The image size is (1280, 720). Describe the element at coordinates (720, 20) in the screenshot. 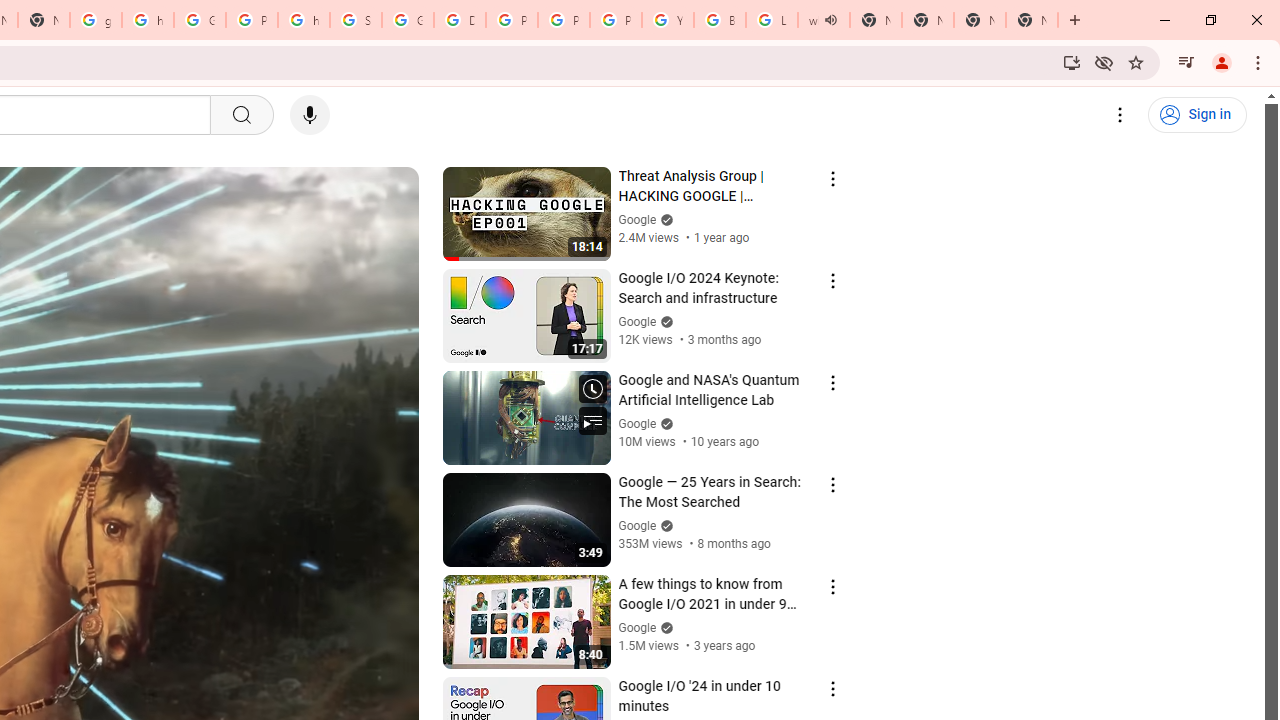

I see `'Browse Chrome as a guest - Computer - Google Chrome Help'` at that location.